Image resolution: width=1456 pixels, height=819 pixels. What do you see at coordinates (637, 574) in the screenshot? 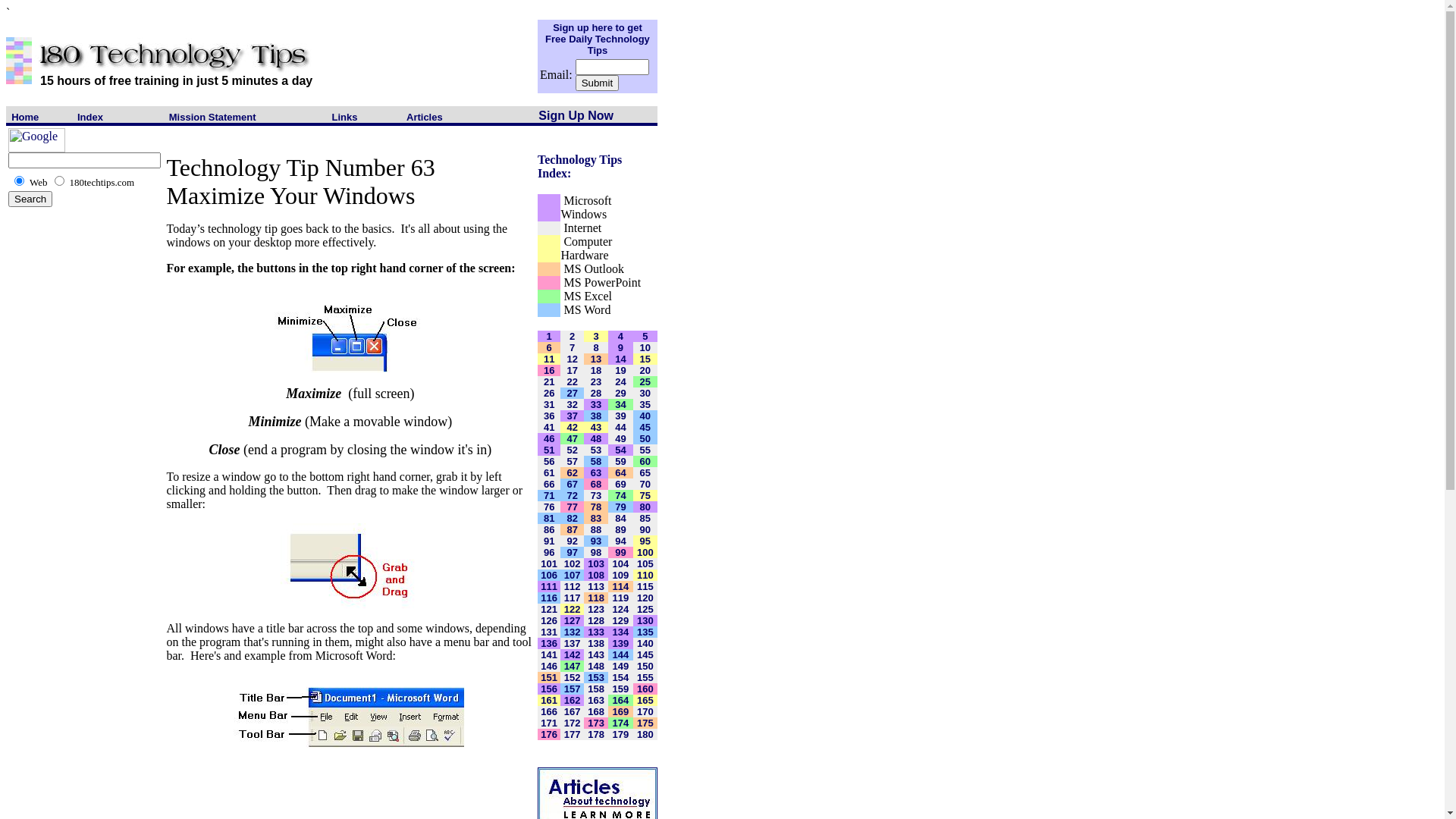
I see `'110'` at bounding box center [637, 574].